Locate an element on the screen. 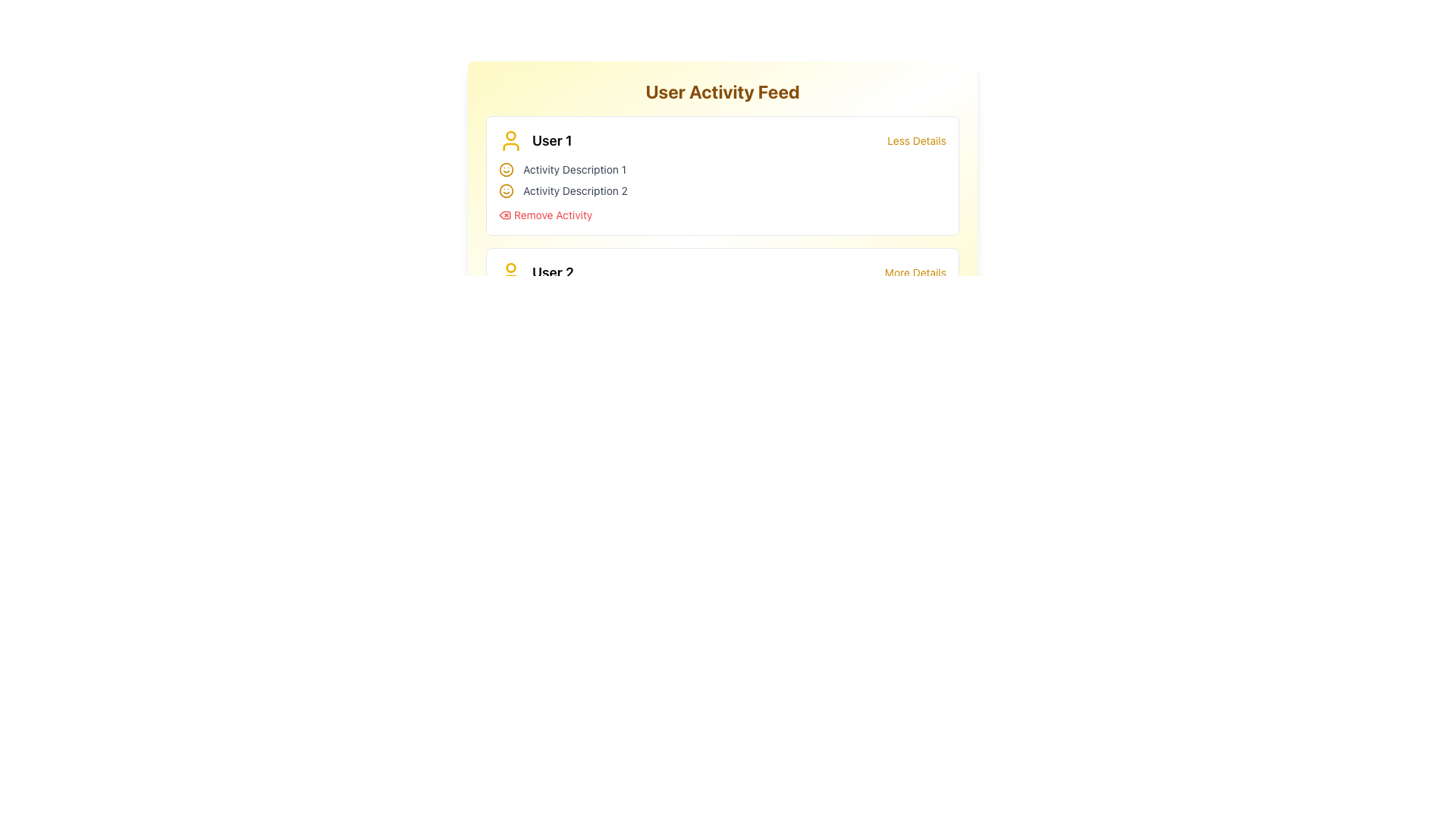 The height and width of the screenshot is (819, 1456). the non-interactive text label that identifies the user in the second row of the activity feed, located next to the user icon is located at coordinates (552, 271).